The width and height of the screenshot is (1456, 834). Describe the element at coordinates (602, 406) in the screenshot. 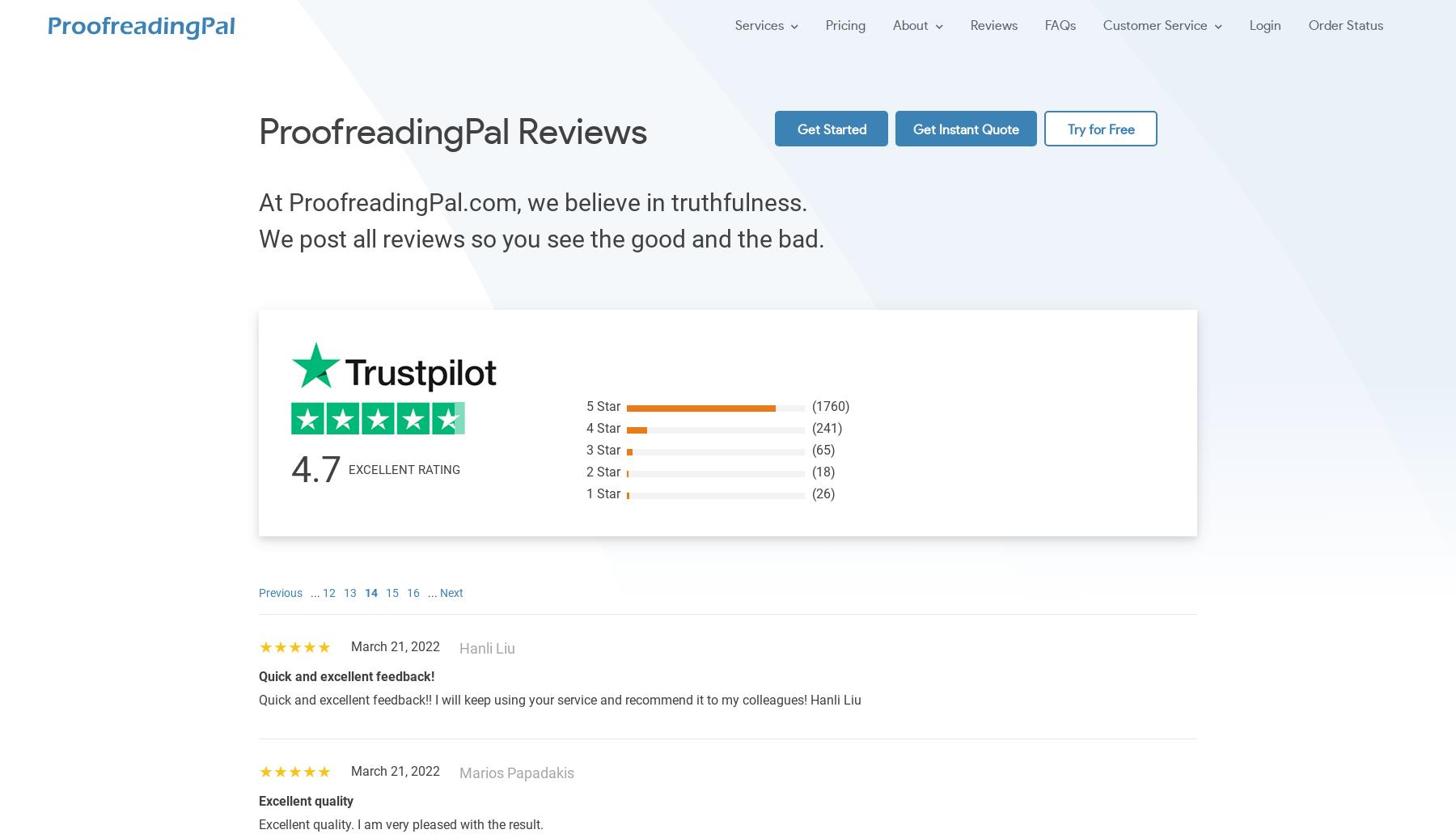

I see `'5 Star'` at that location.